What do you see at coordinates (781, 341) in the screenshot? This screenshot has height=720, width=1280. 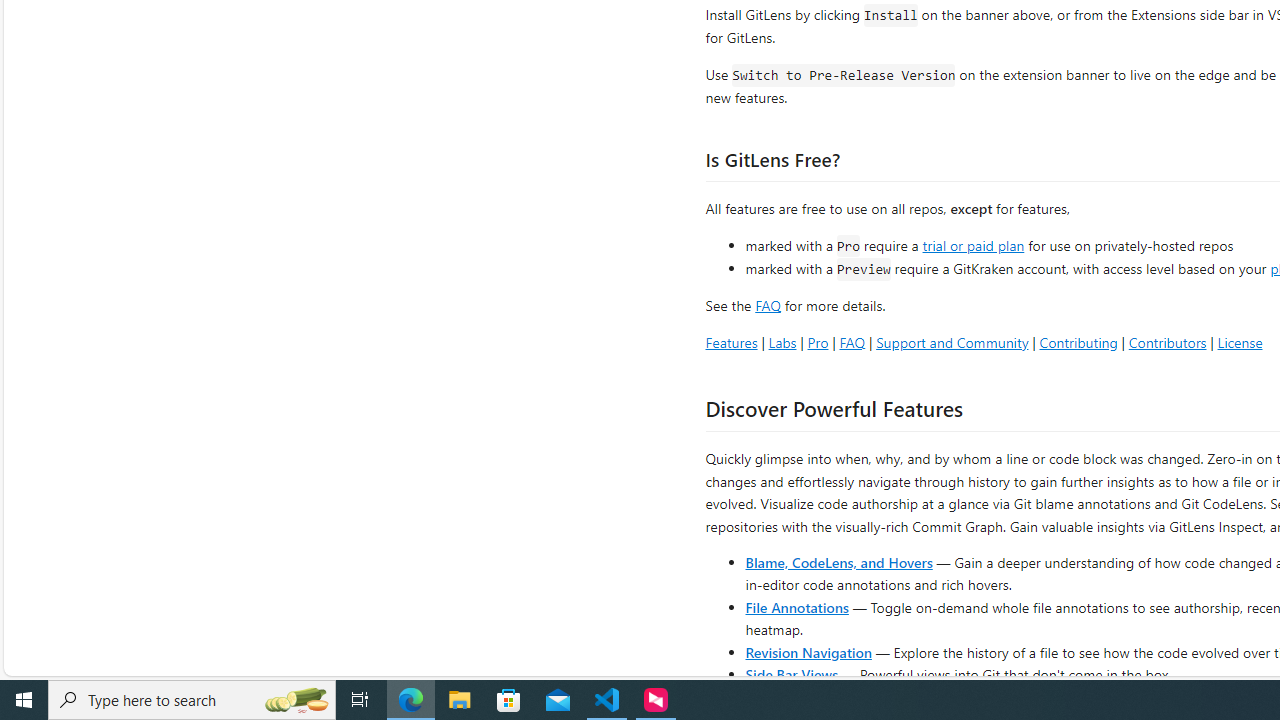 I see `'Labs'` at bounding box center [781, 341].